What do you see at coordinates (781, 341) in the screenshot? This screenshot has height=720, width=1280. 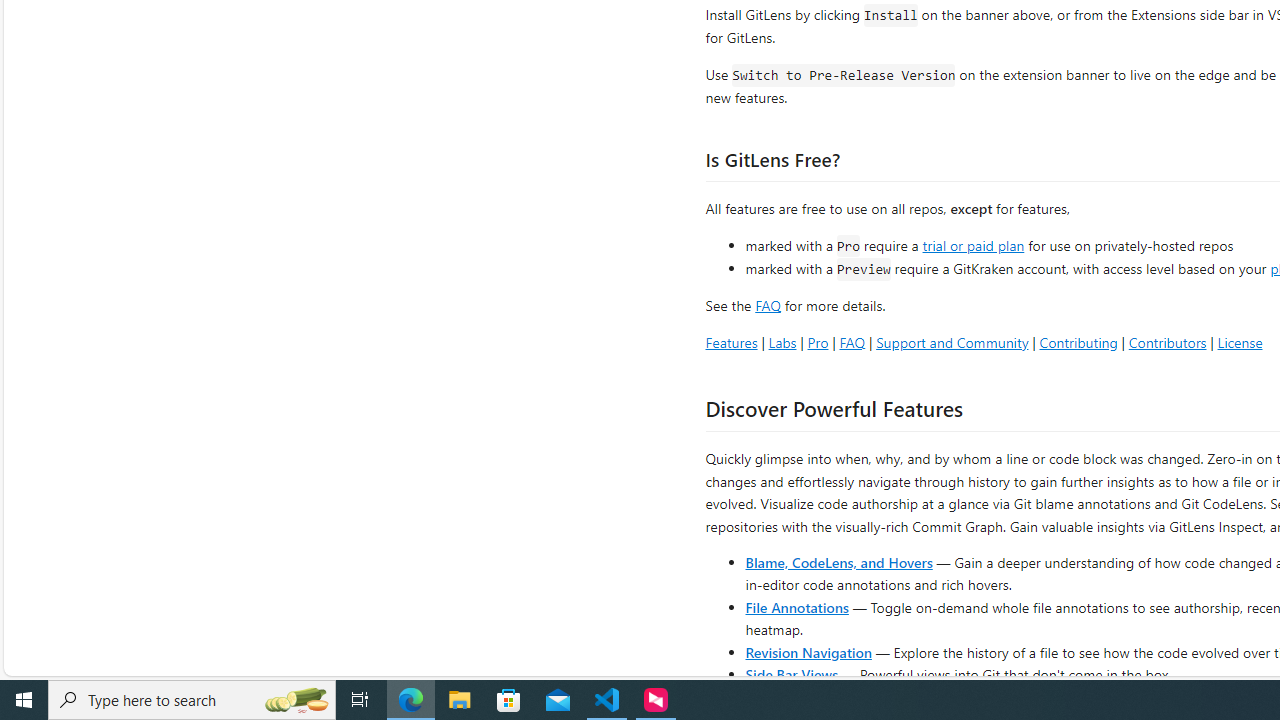 I see `'Labs'` at bounding box center [781, 341].